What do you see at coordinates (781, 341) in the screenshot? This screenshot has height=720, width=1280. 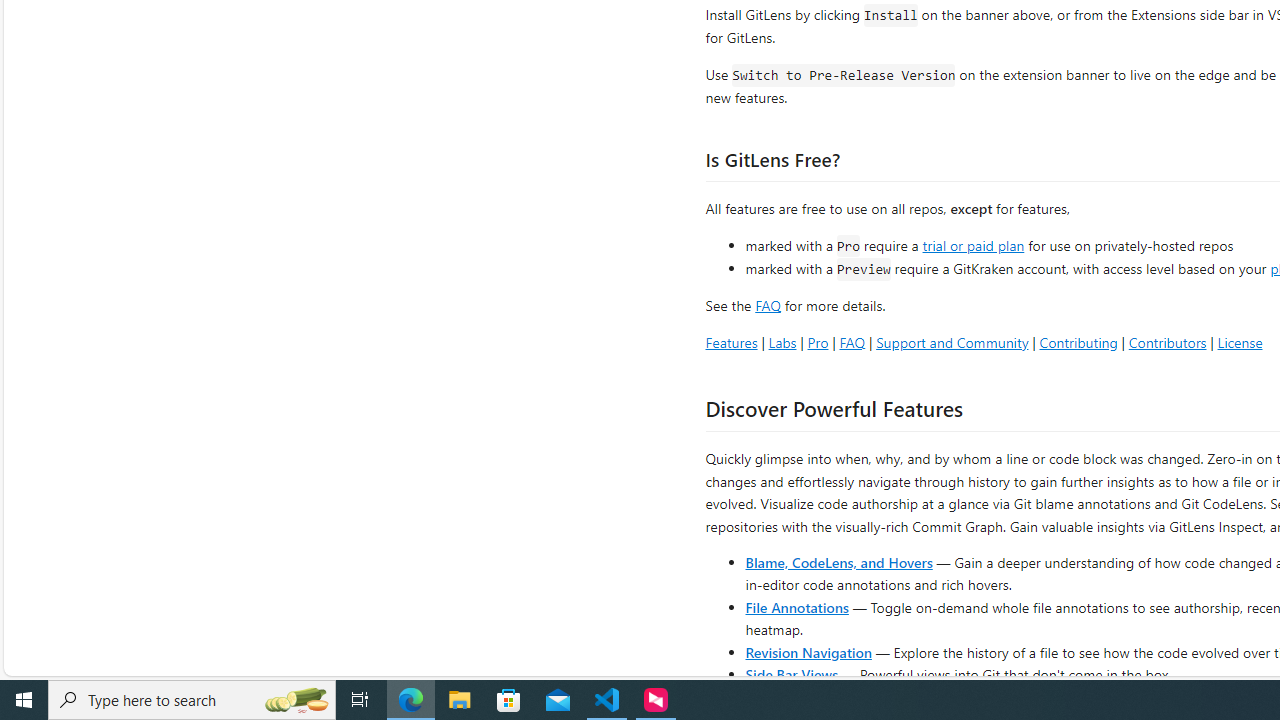 I see `'Labs'` at bounding box center [781, 341].